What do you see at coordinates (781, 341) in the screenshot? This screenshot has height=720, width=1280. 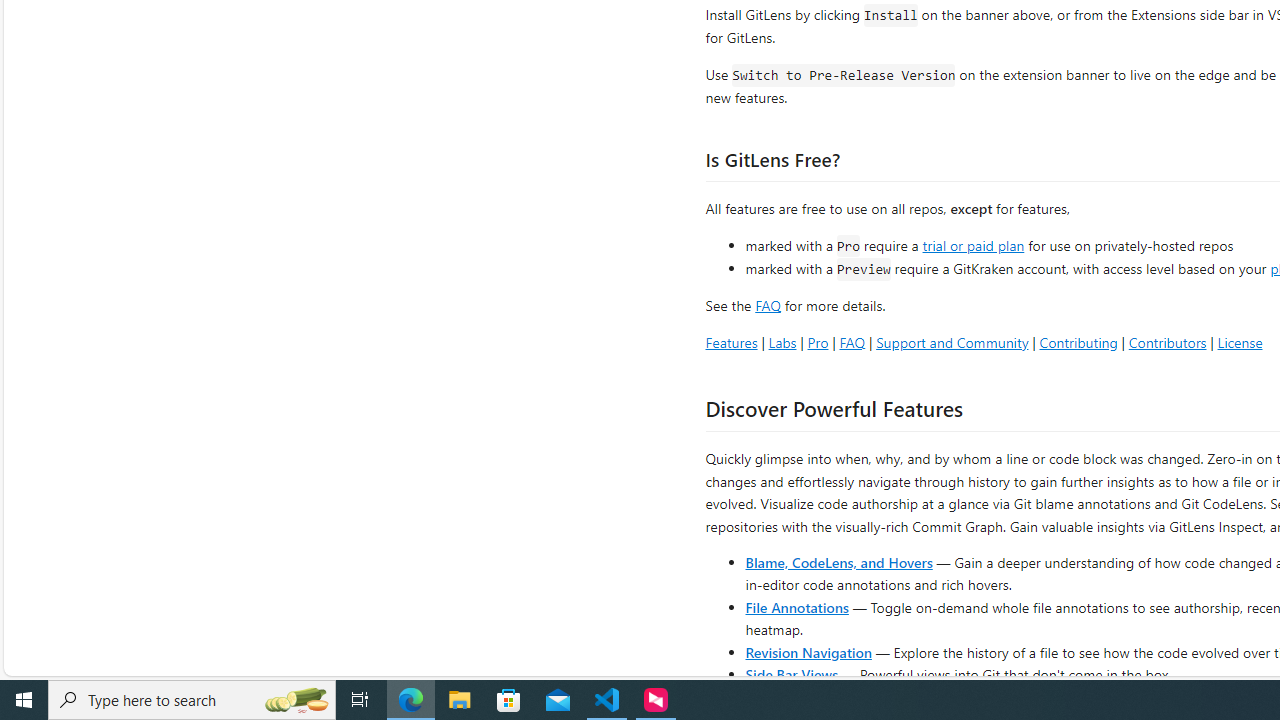 I see `'Labs'` at bounding box center [781, 341].